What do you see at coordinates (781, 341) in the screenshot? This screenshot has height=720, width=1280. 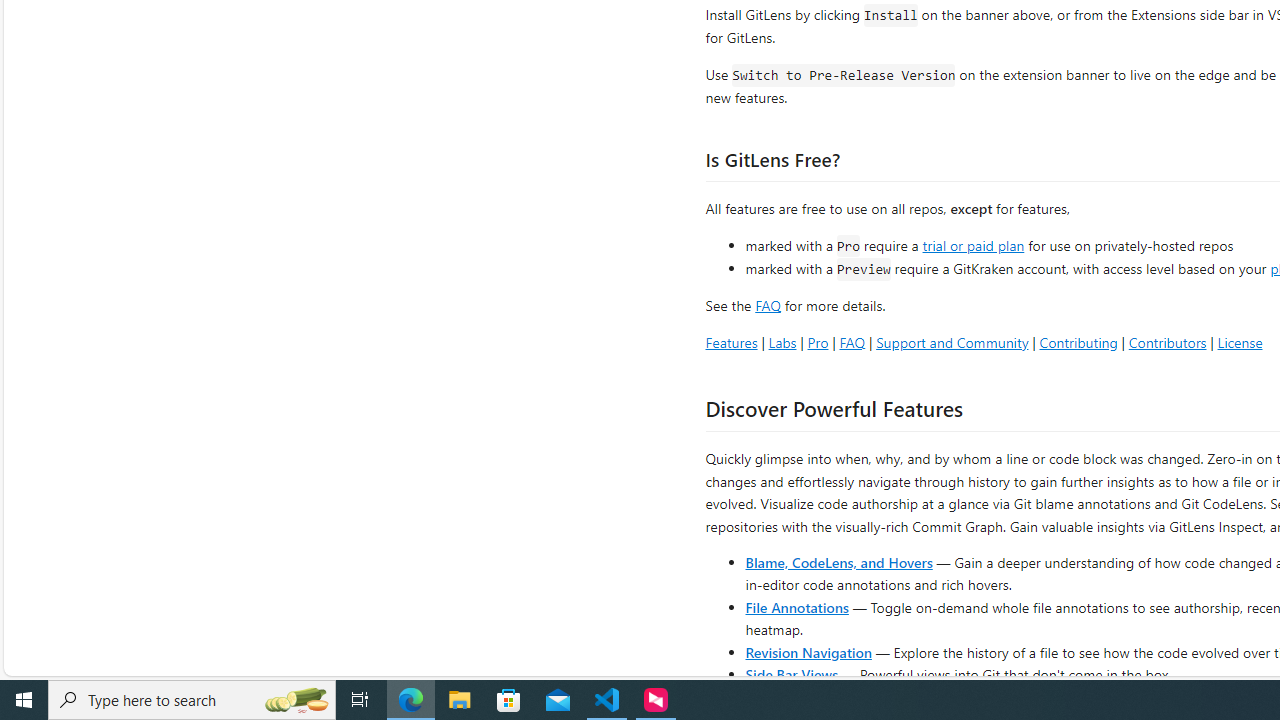 I see `'Labs'` at bounding box center [781, 341].